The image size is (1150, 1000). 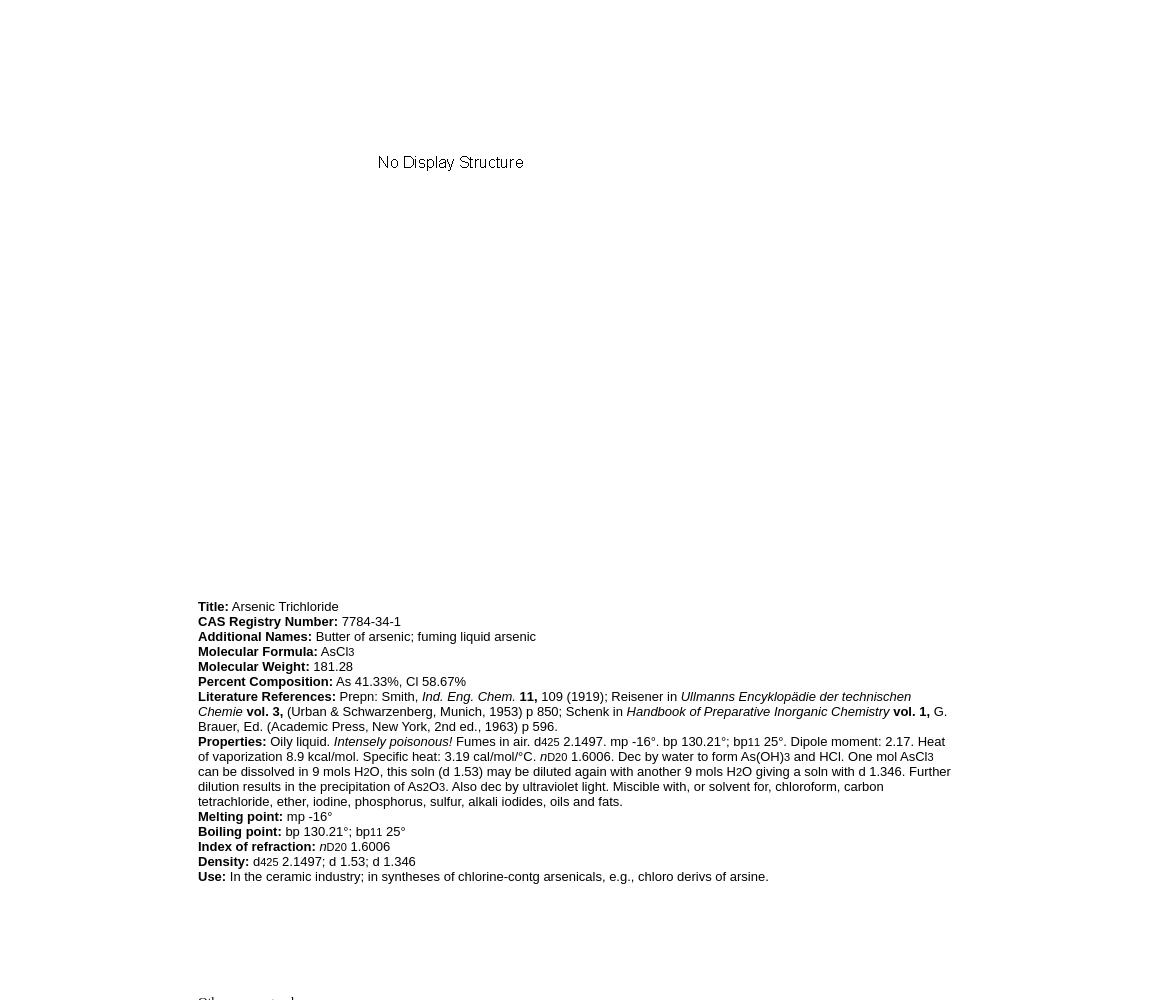 I want to click on 'Molecular Weight:', so click(x=197, y=666).